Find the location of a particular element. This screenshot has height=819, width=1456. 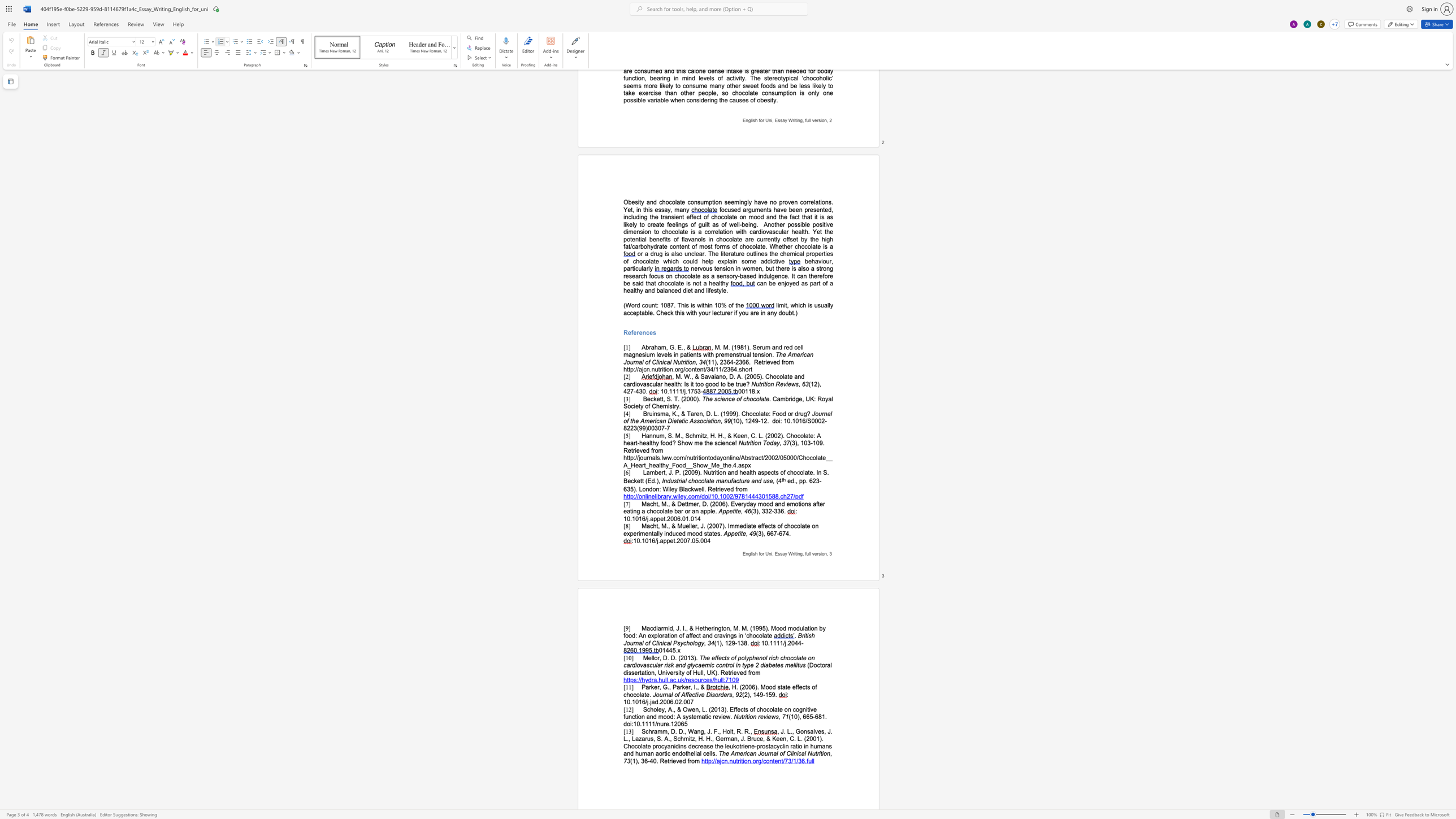

the space between the continuous character "u" and "f" in the text is located at coordinates (730, 481).